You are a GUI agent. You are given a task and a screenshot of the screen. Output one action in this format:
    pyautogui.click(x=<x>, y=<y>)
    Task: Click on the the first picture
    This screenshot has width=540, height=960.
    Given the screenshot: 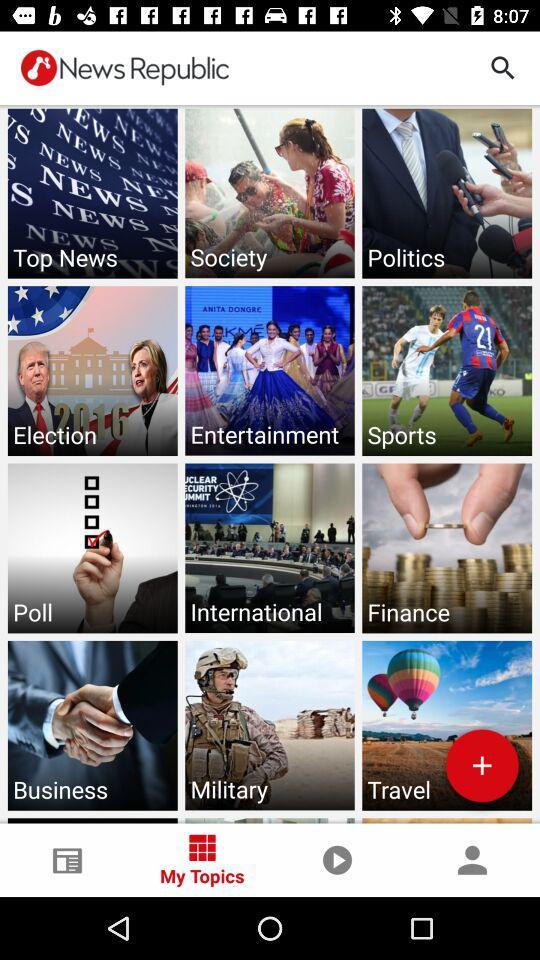 What is the action you would take?
    pyautogui.click(x=91, y=194)
    